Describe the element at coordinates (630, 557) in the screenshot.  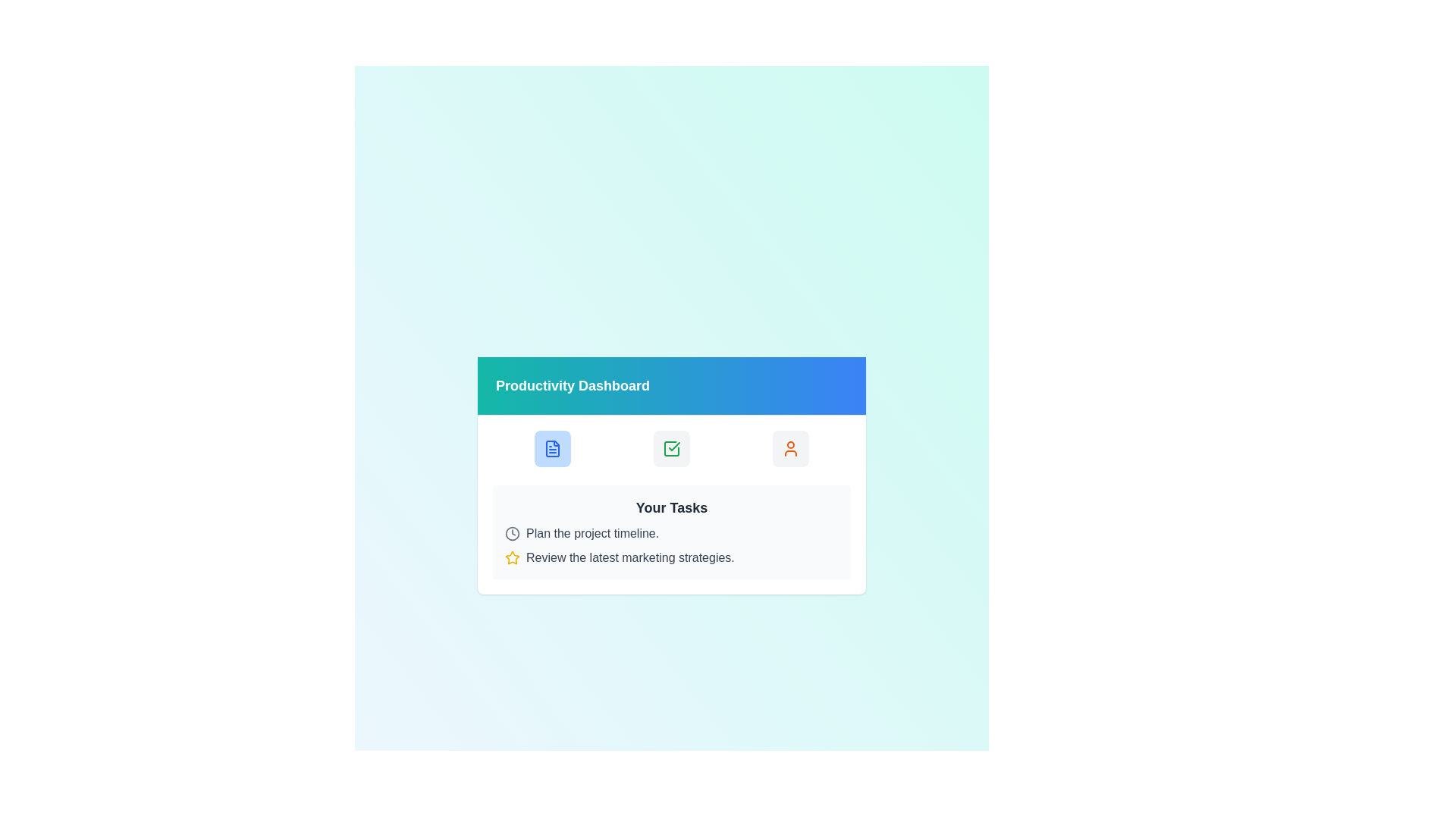
I see `the text label that conveys the task 'Review the latest marketing strategies.' located under 'Your Tasks' to guide user focus towards this task` at that location.